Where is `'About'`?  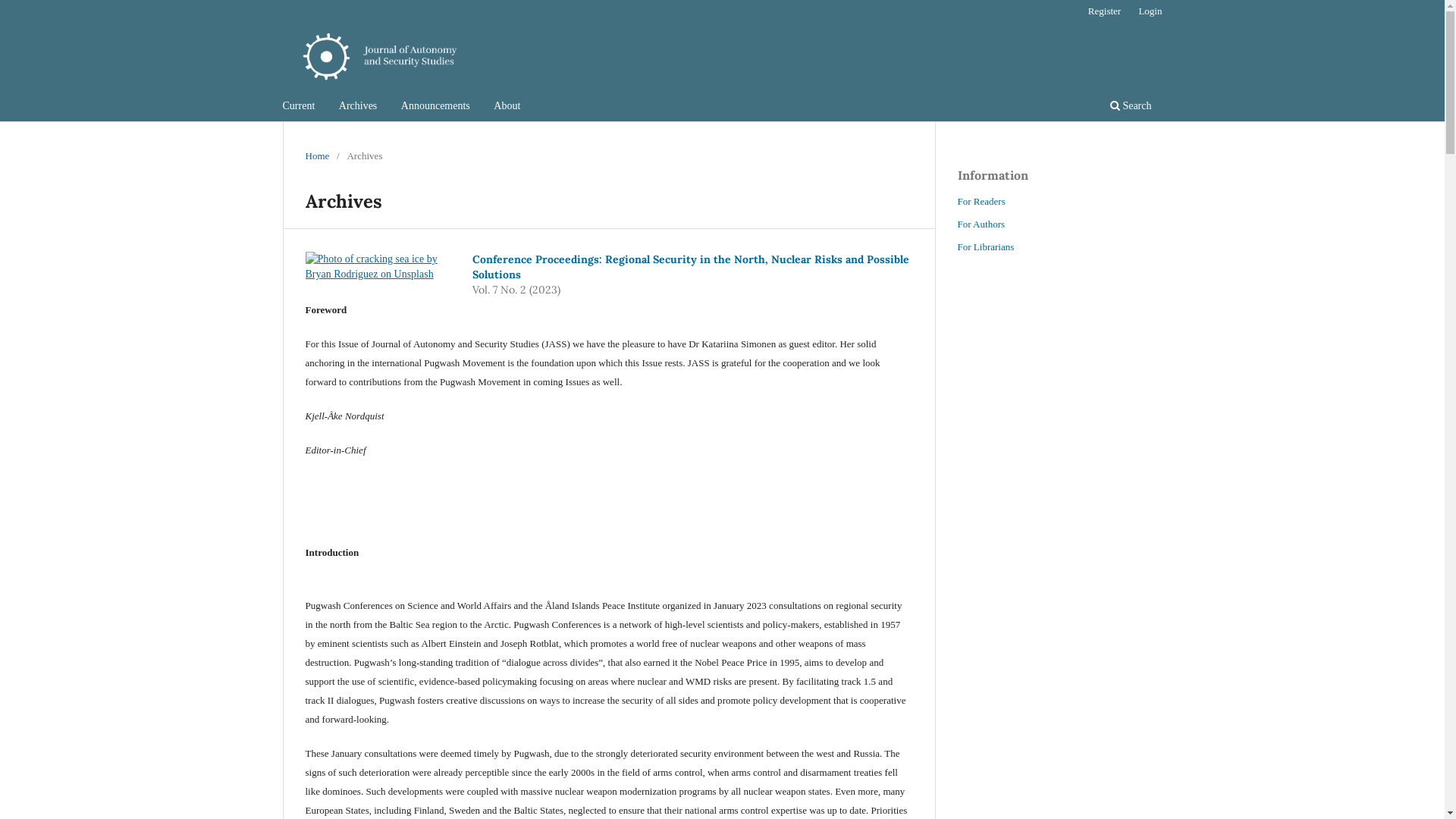 'About' is located at coordinates (507, 107).